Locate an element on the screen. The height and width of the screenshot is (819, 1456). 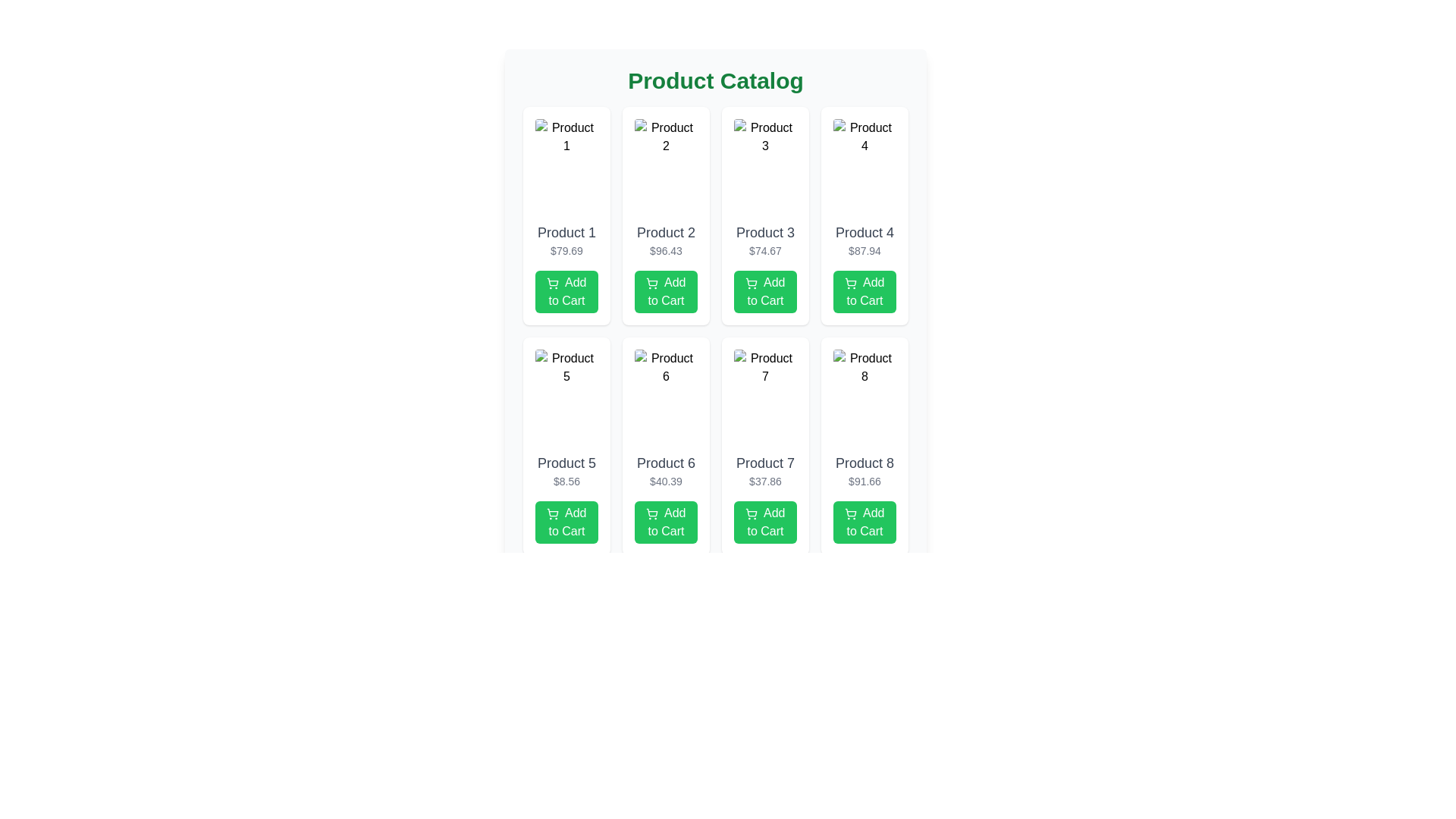
the 'Add to Cart' button located in the bottom section of the product card for 'Product 2' priced at $96.43, which is positioned in the first row and second column of the grid layout is located at coordinates (666, 292).